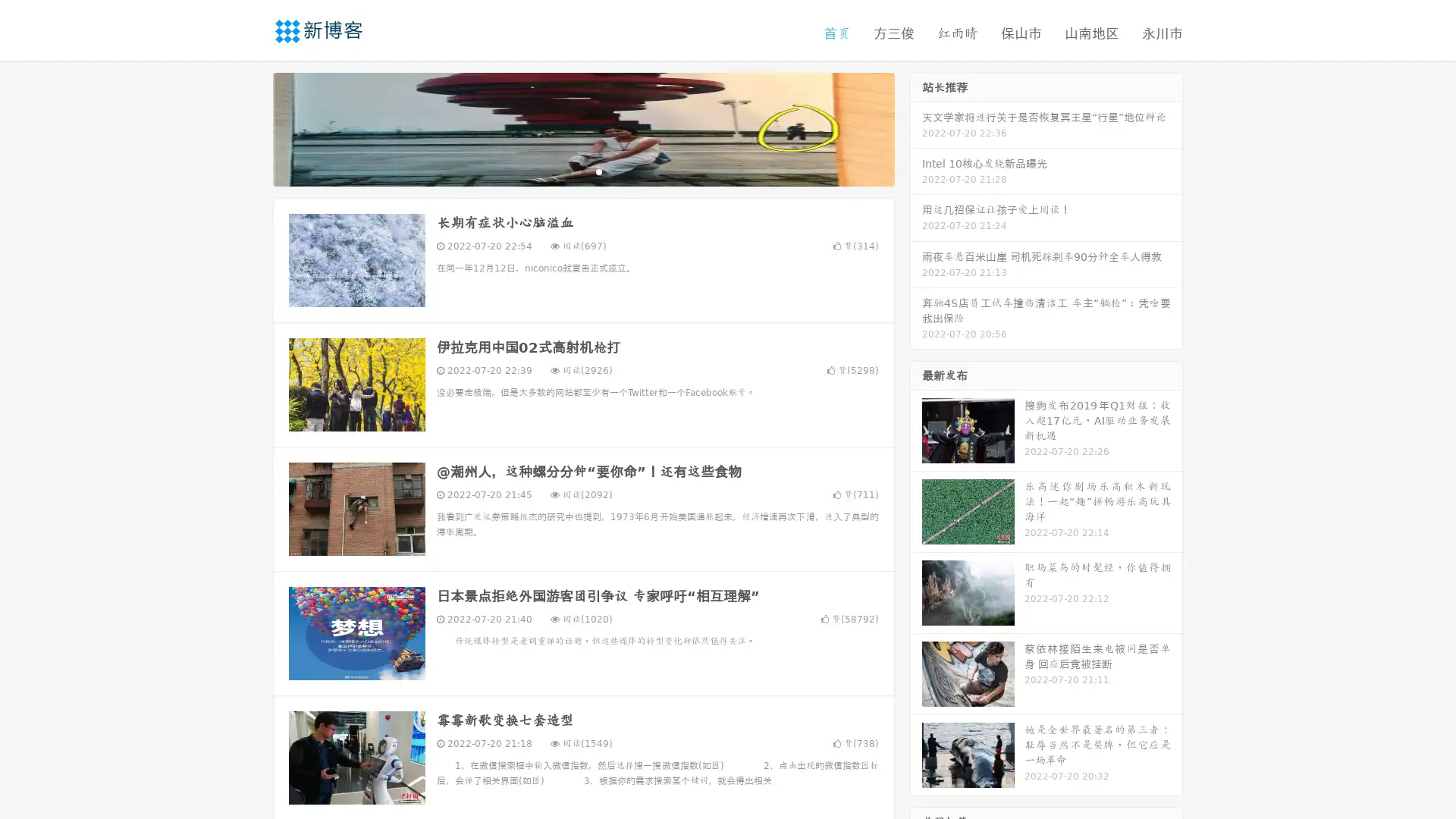 The height and width of the screenshot is (819, 1456). I want to click on Previous slide, so click(250, 127).